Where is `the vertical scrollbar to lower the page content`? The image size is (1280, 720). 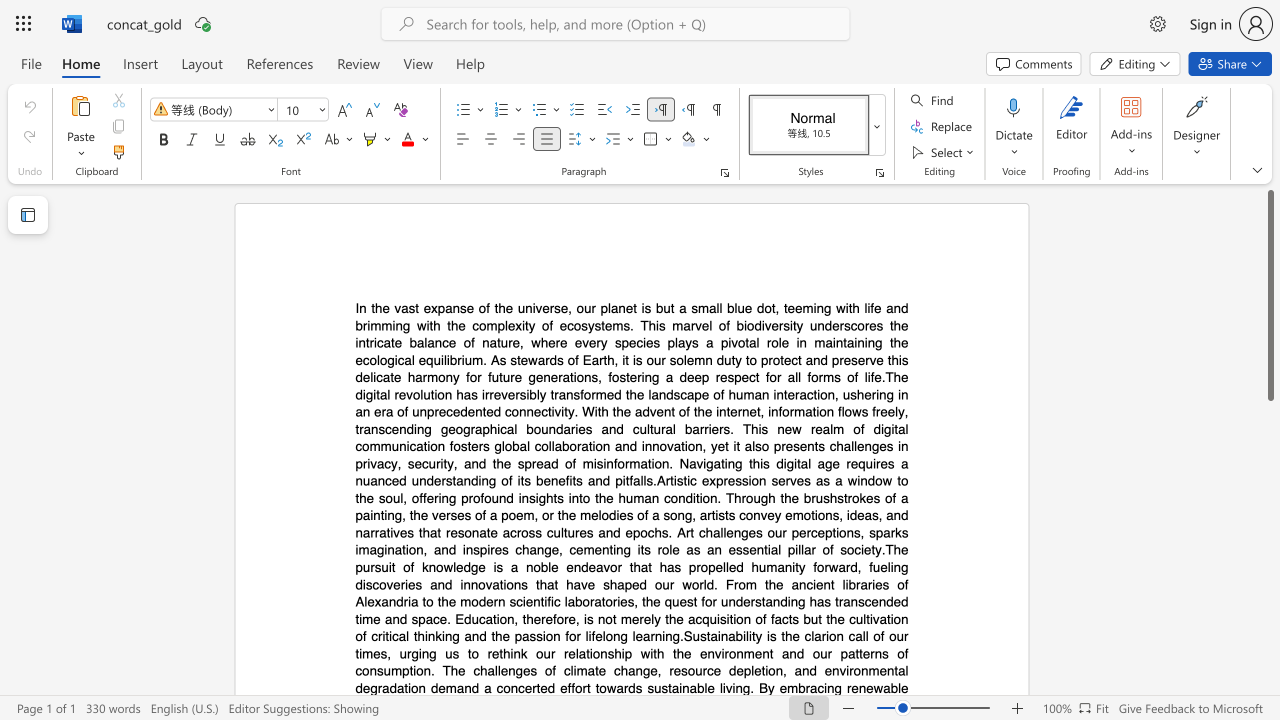 the vertical scrollbar to lower the page content is located at coordinates (1269, 438).